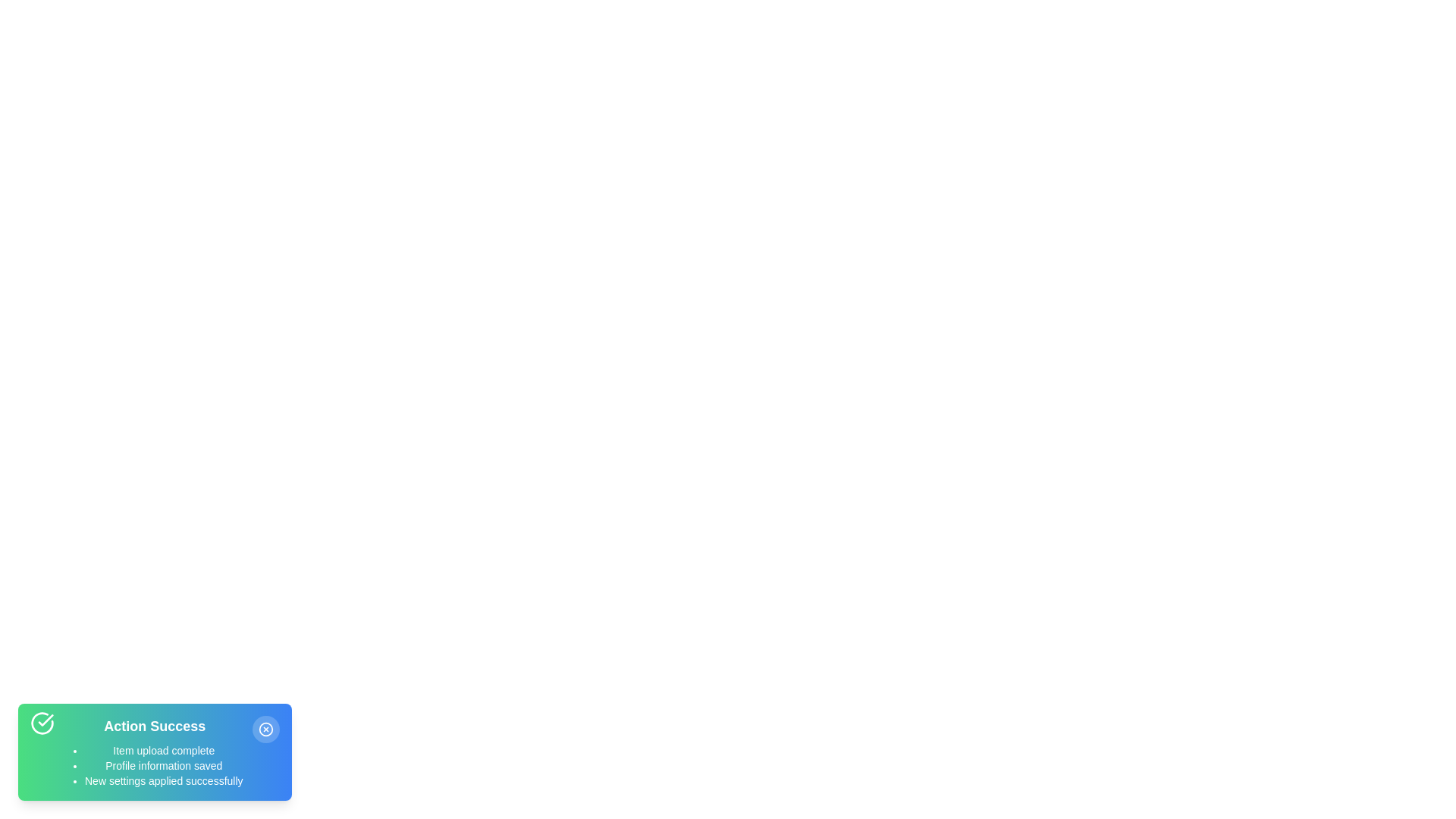 This screenshot has width=1456, height=819. What do you see at coordinates (378, 378) in the screenshot?
I see `the background area outside the Snackbar to dismiss it` at bounding box center [378, 378].